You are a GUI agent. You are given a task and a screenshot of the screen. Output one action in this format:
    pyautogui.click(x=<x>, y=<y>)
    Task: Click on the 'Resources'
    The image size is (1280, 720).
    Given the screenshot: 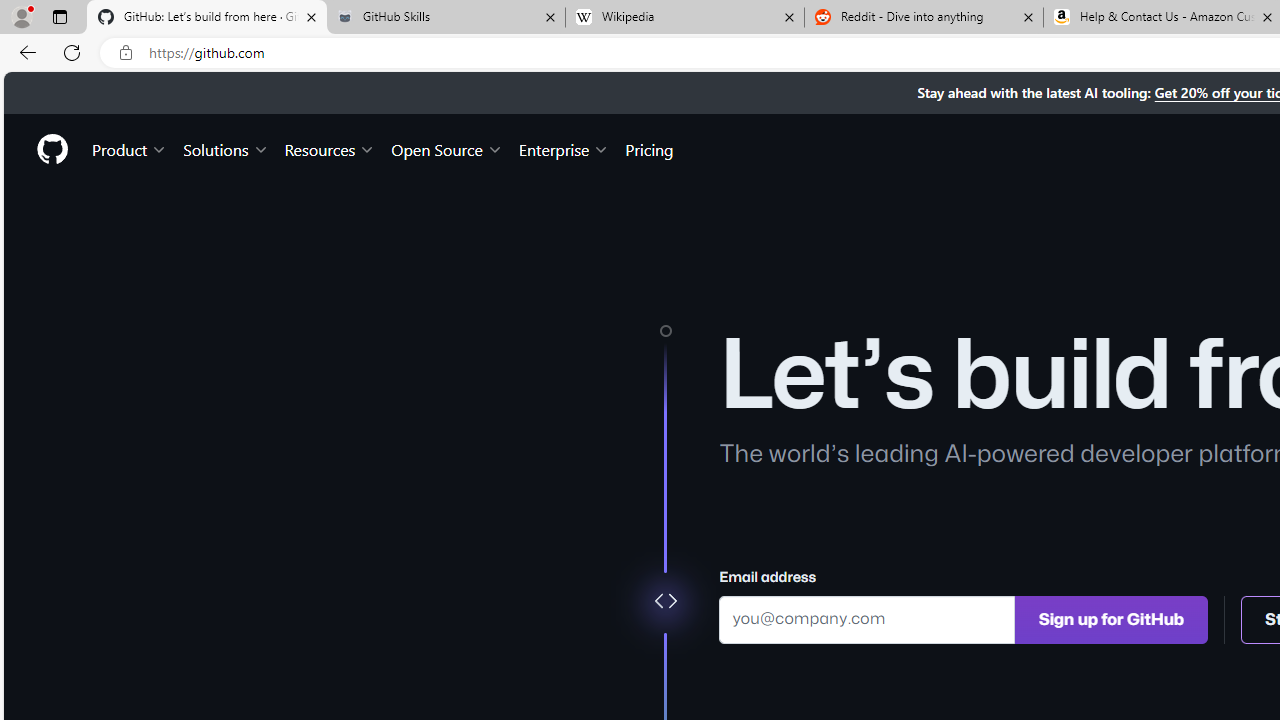 What is the action you would take?
    pyautogui.click(x=330, y=148)
    